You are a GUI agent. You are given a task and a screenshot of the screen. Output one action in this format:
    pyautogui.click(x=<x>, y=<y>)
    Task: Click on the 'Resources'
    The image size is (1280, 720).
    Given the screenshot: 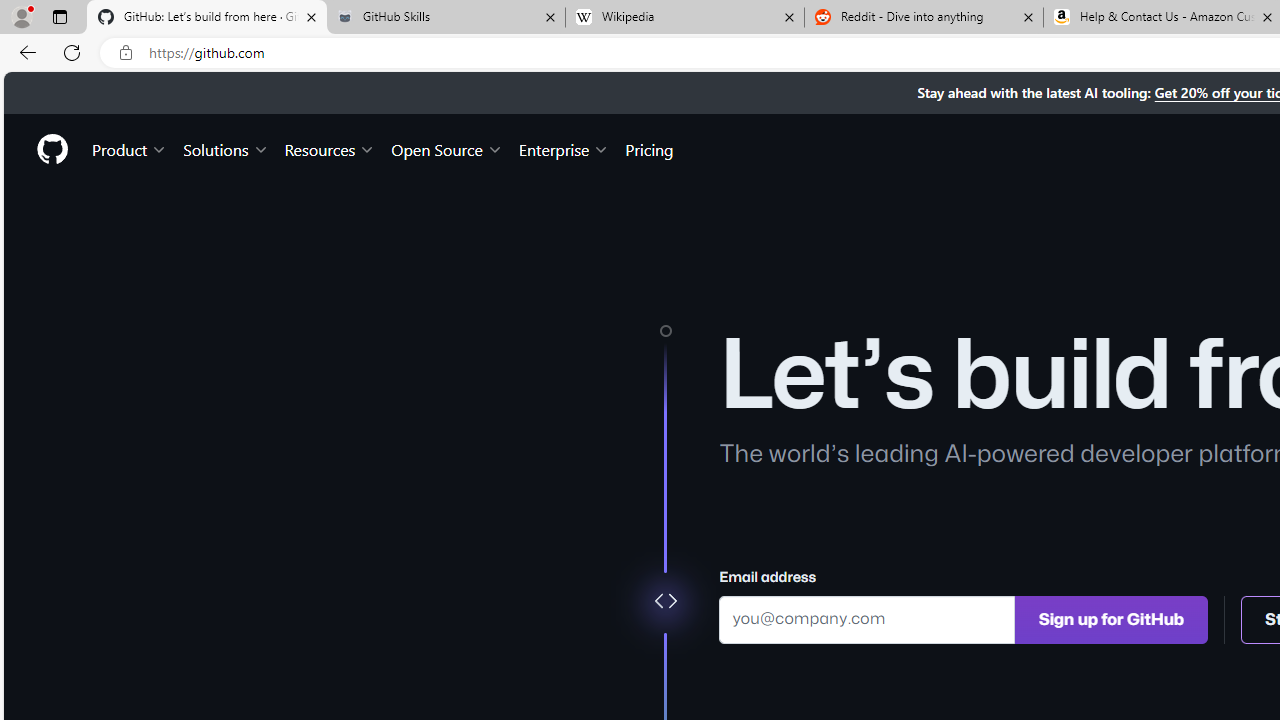 What is the action you would take?
    pyautogui.click(x=330, y=148)
    